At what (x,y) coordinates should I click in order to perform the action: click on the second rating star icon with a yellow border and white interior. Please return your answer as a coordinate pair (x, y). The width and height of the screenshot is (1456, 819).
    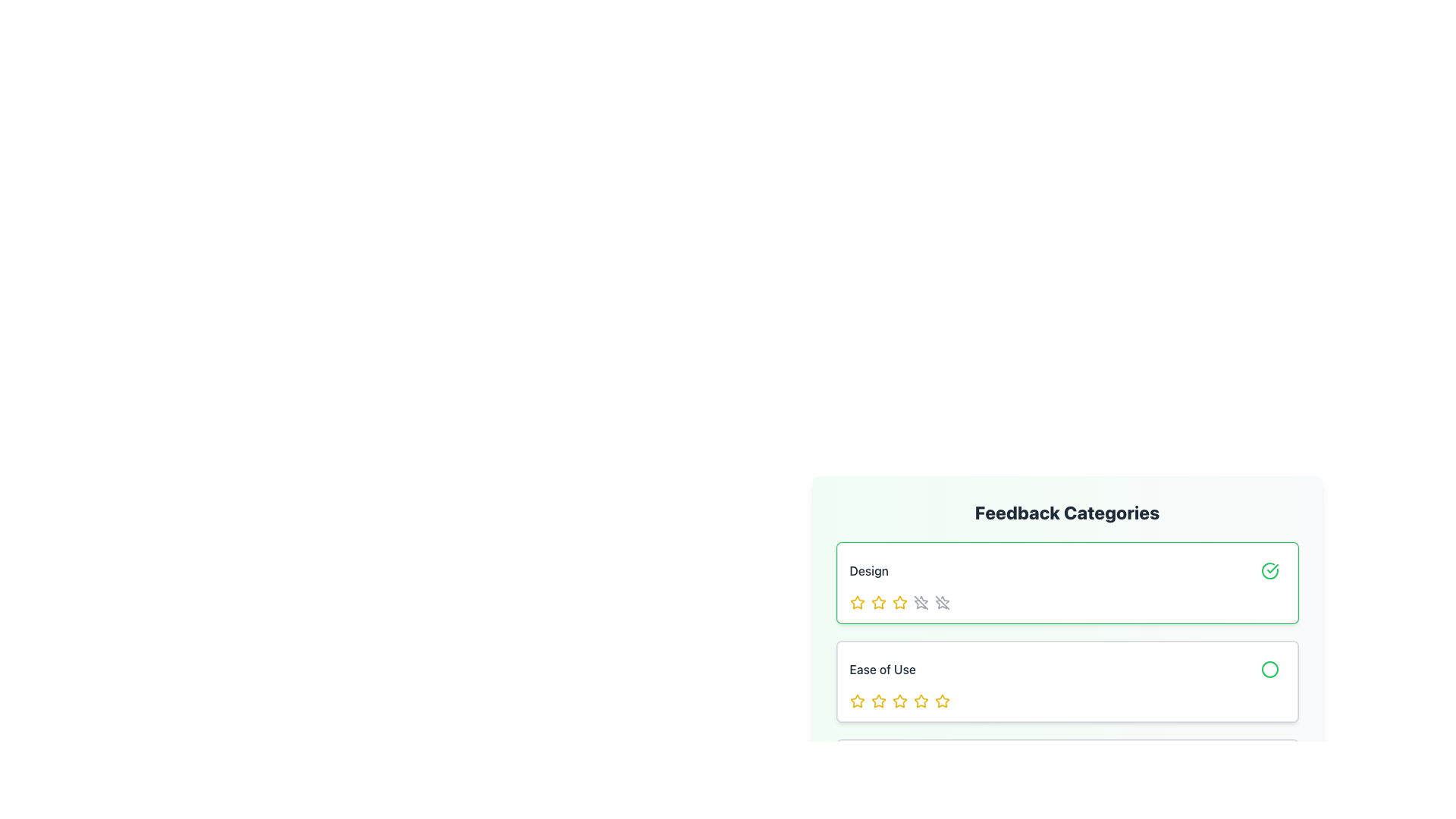
    Looking at the image, I should click on (878, 601).